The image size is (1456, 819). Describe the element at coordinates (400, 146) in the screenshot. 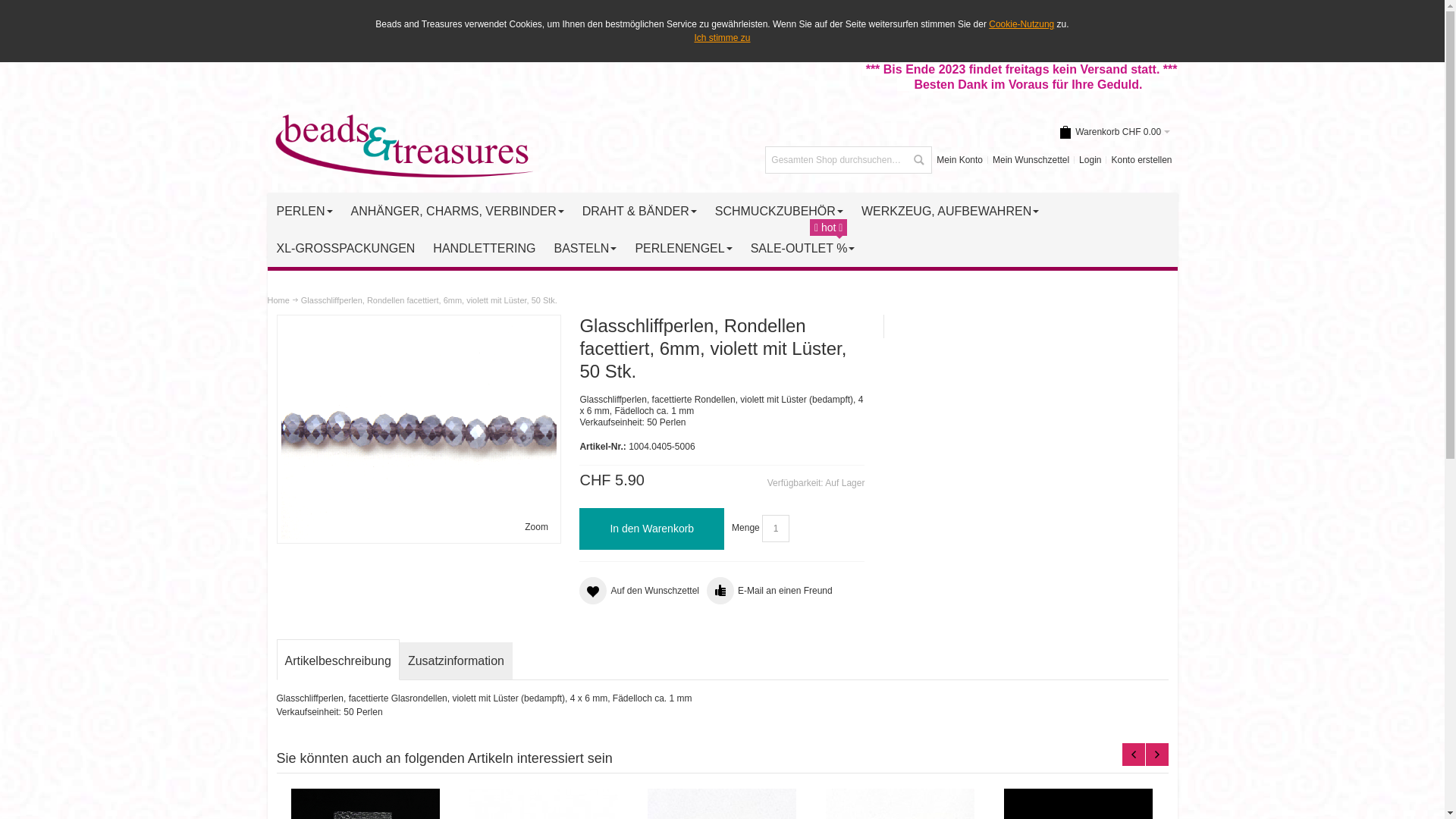

I see `'Schweizer Perlen Online Shop - BeadsAndTreasures.ch'` at that location.